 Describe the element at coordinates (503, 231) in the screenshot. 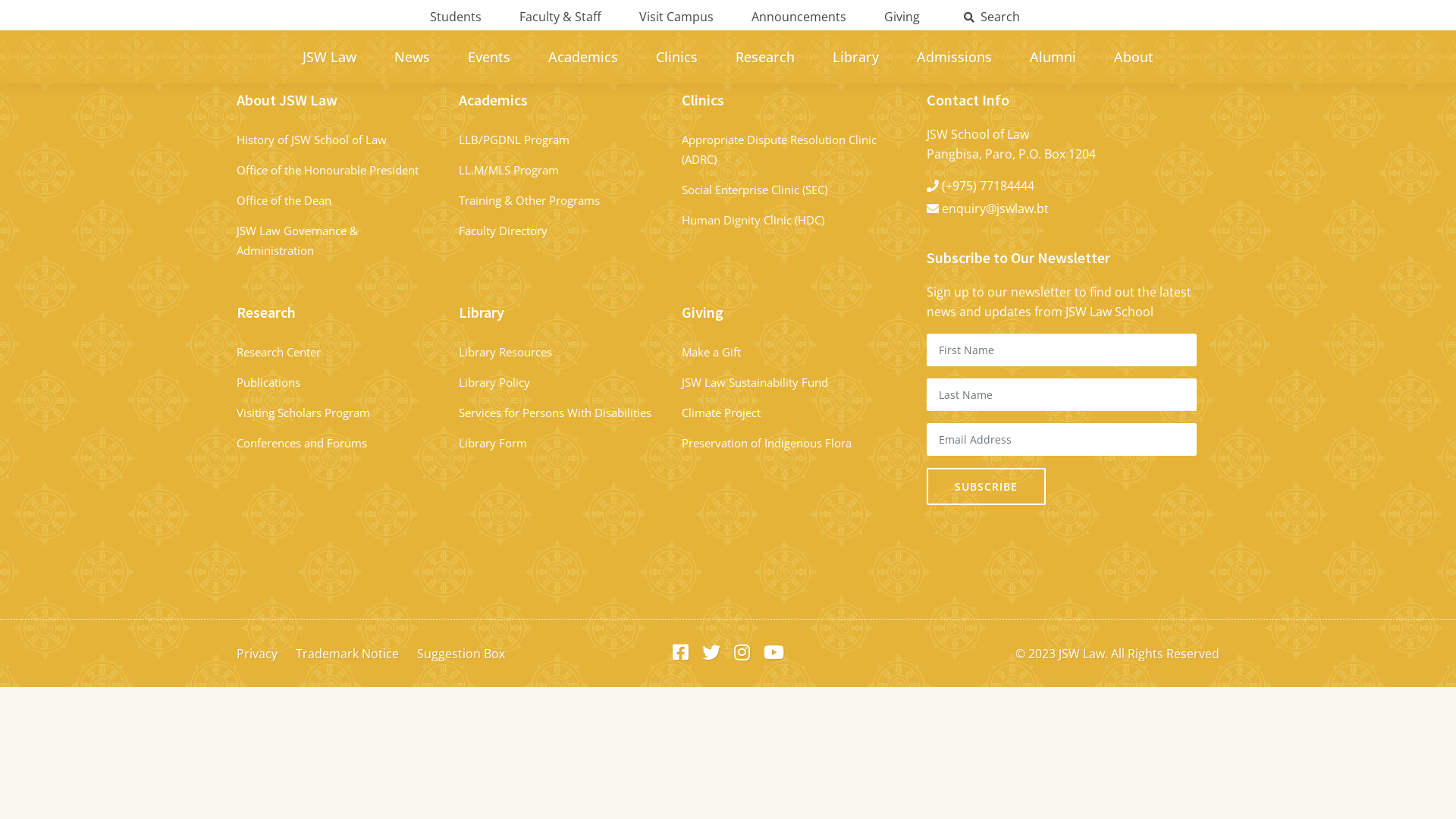

I see `'Faculty Directory'` at that location.